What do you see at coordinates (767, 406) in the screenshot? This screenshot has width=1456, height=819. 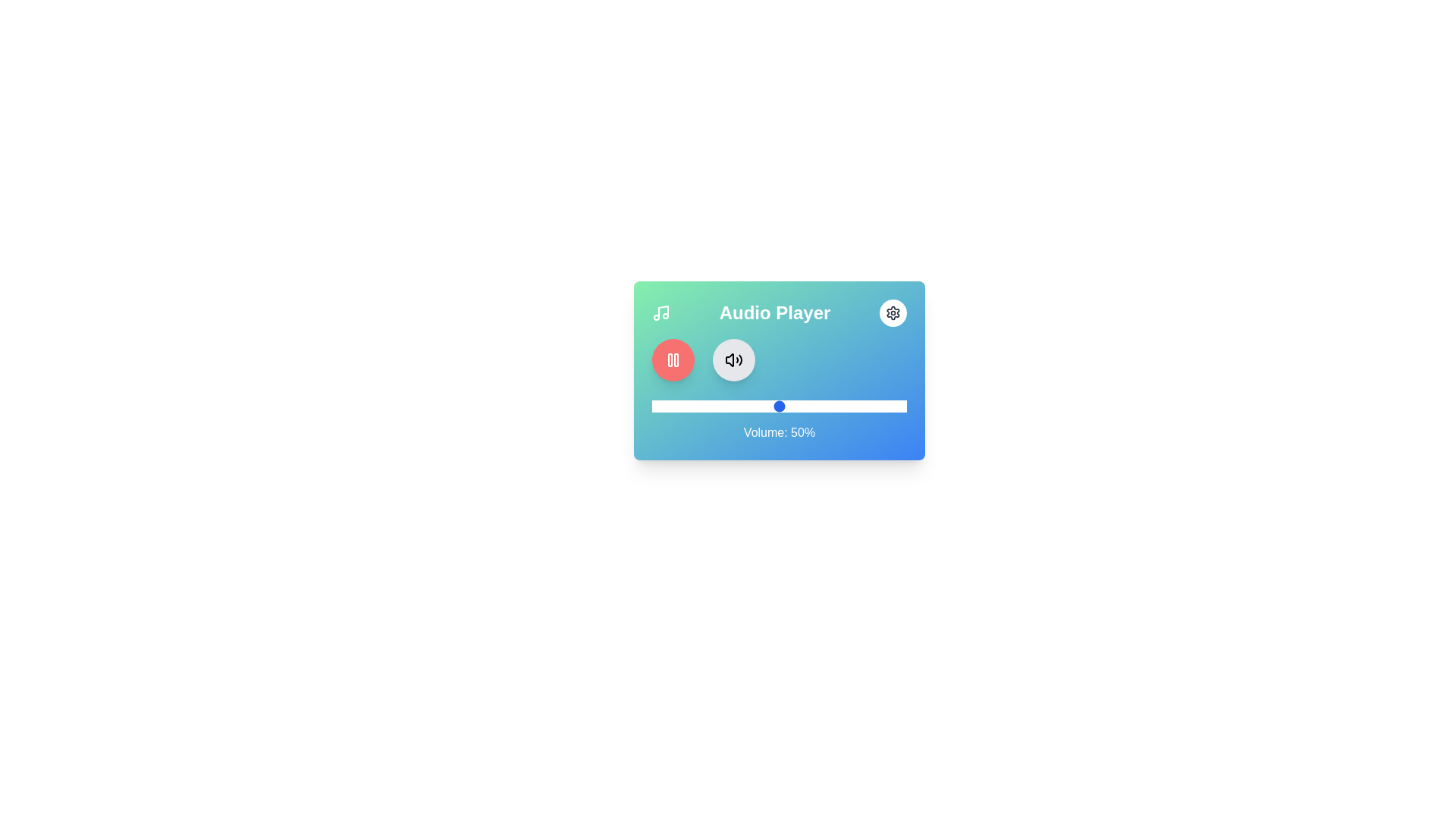 I see `the slider value` at bounding box center [767, 406].